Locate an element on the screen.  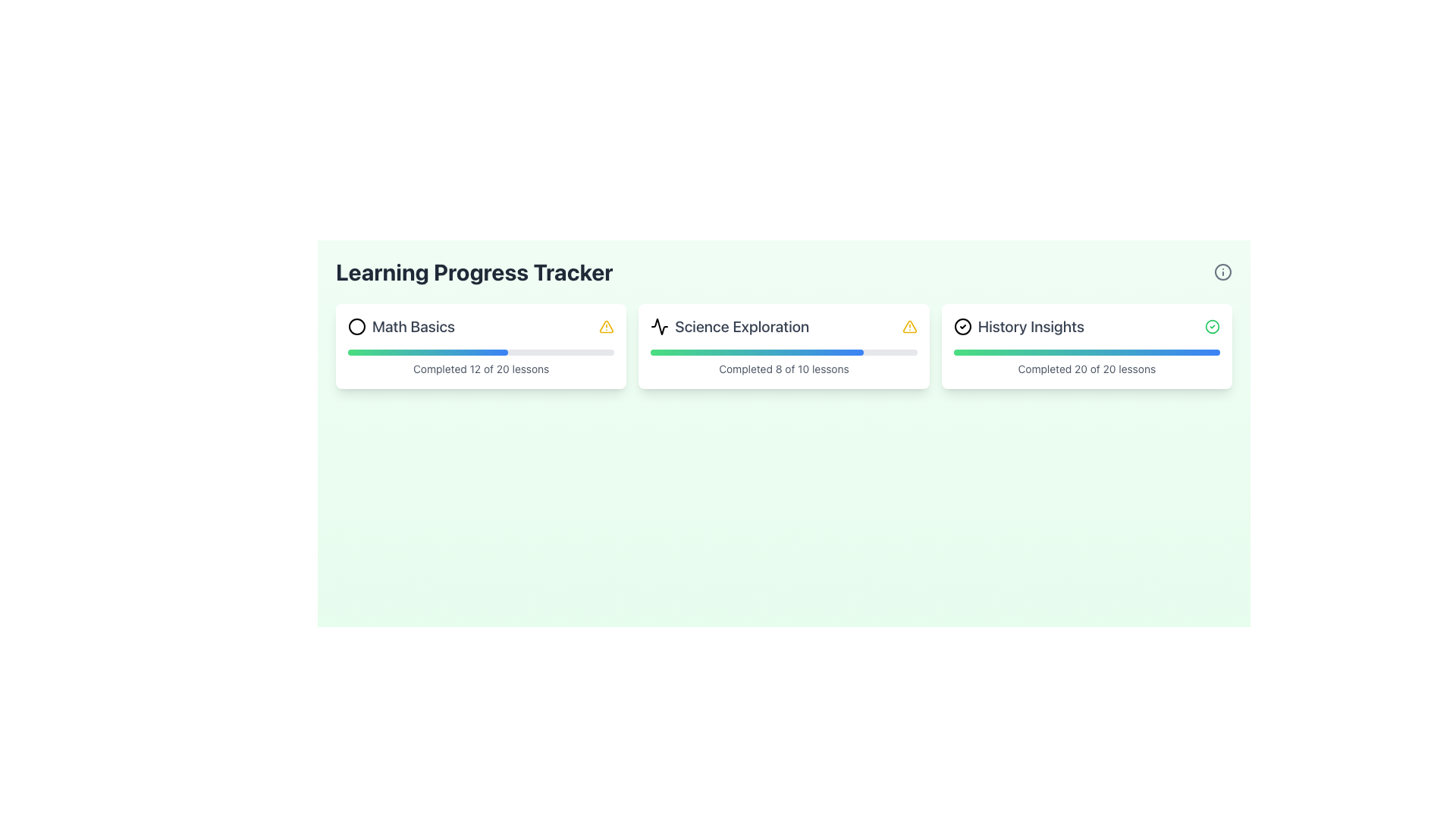
the SVG Circle that indicates a completed status, located beside the 'History Insights' label is located at coordinates (962, 326).